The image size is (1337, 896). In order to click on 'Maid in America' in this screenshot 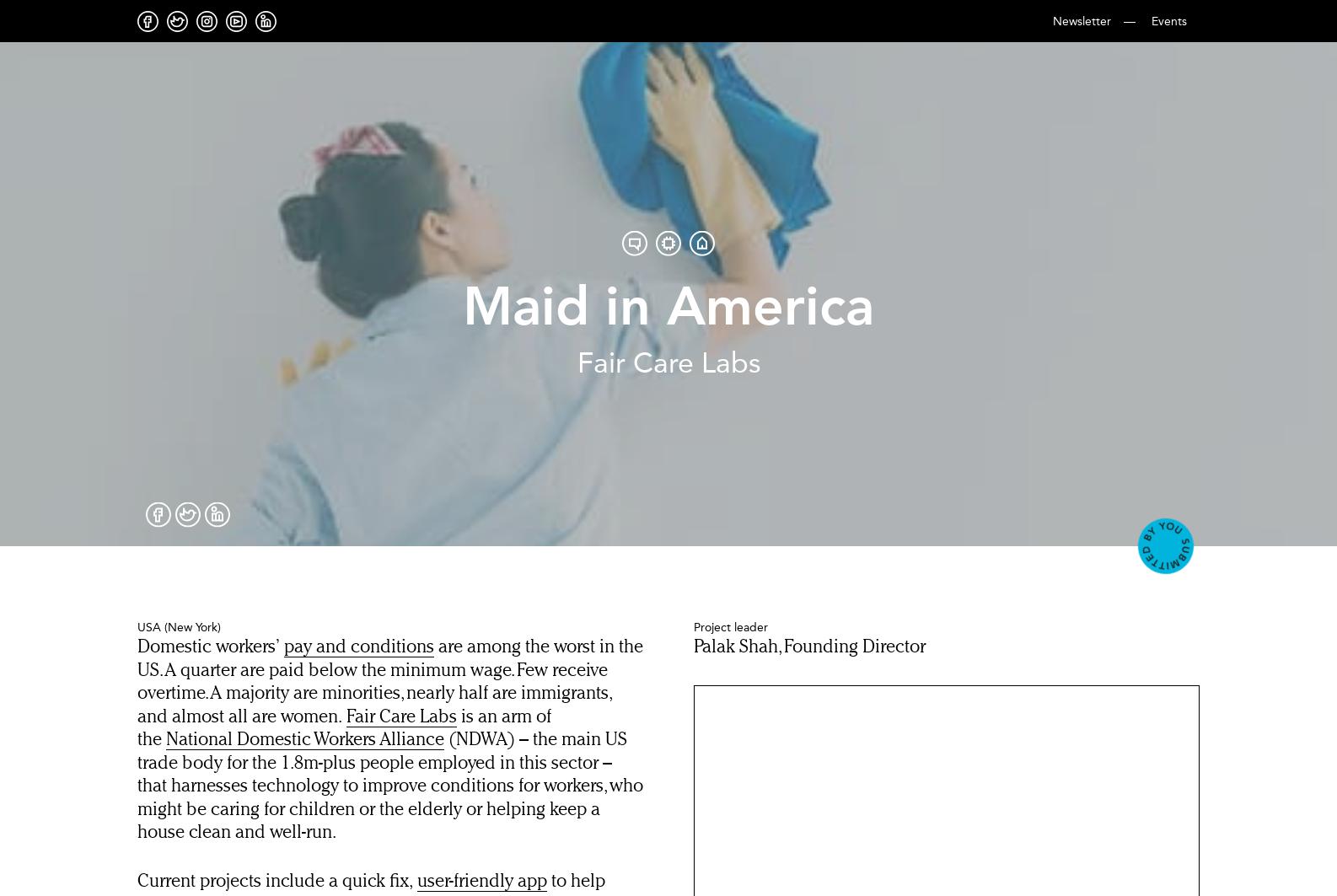, I will do `click(668, 304)`.